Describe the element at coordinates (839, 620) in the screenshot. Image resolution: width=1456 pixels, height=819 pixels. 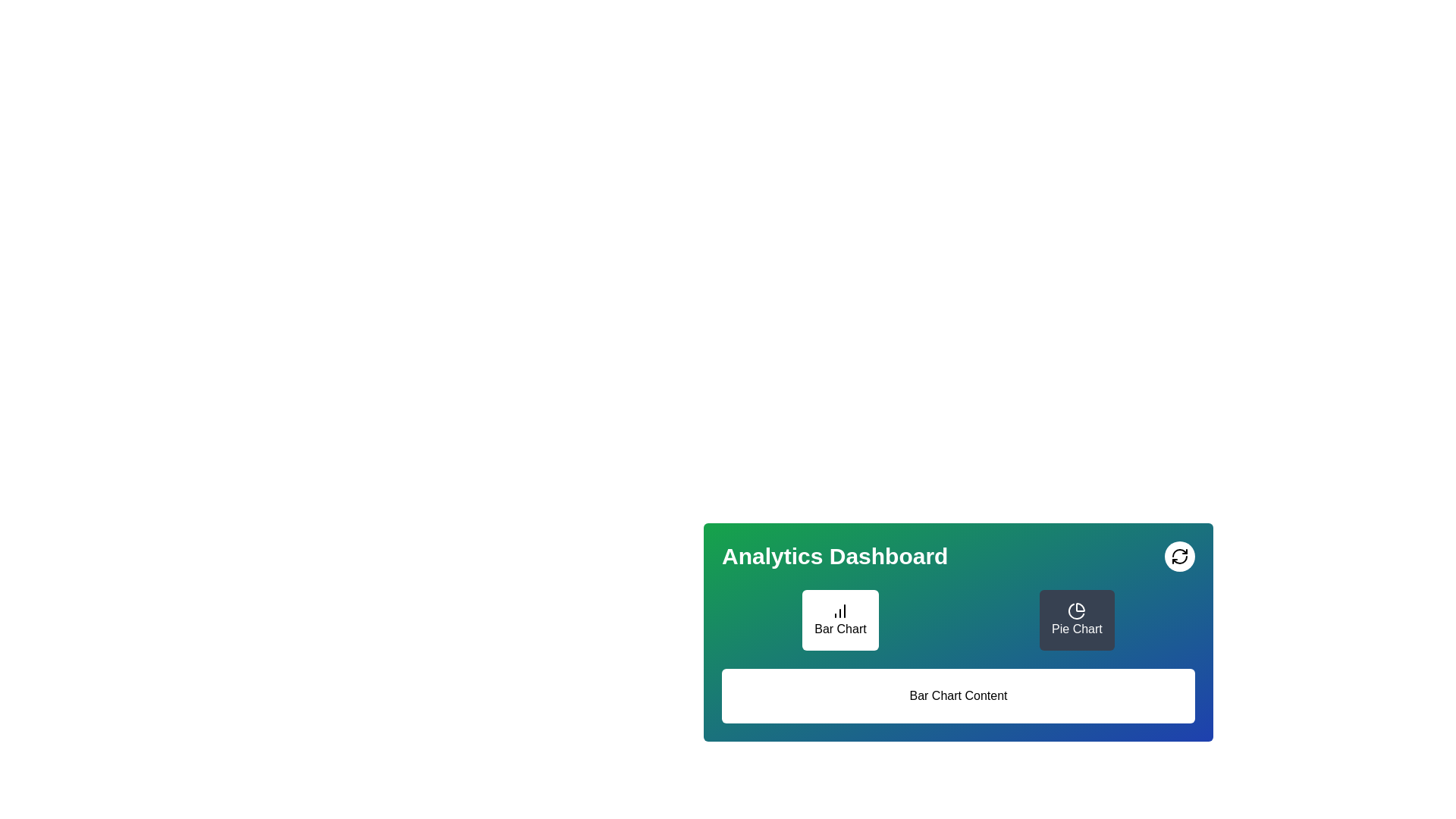
I see `the 'Bar Chart' button, which is a rectangular button with rounded corners located below the 'Analytics Dashboard' heading, to switch to the bar chart view` at that location.